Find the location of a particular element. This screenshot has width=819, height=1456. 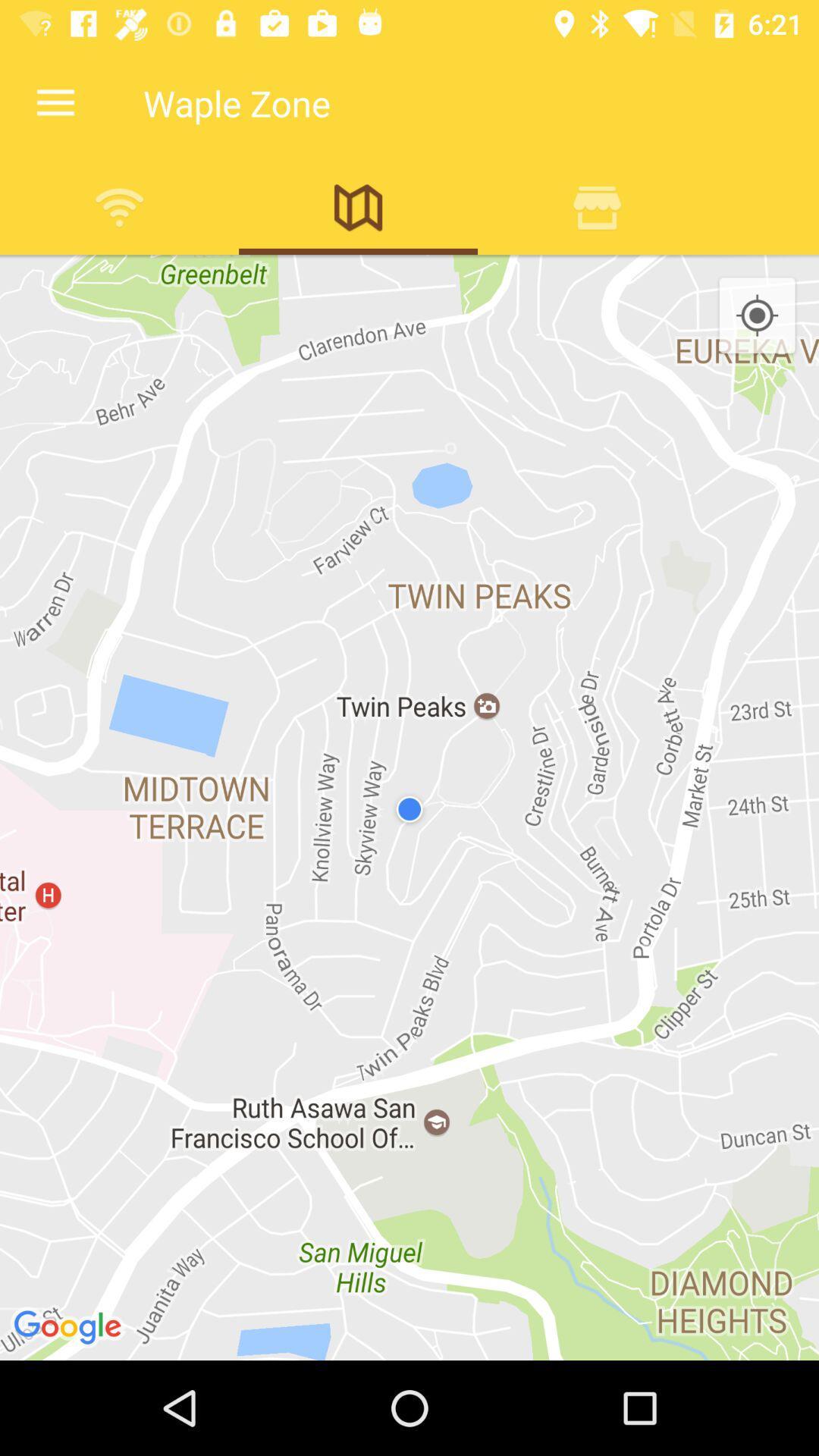

stores is located at coordinates (596, 206).